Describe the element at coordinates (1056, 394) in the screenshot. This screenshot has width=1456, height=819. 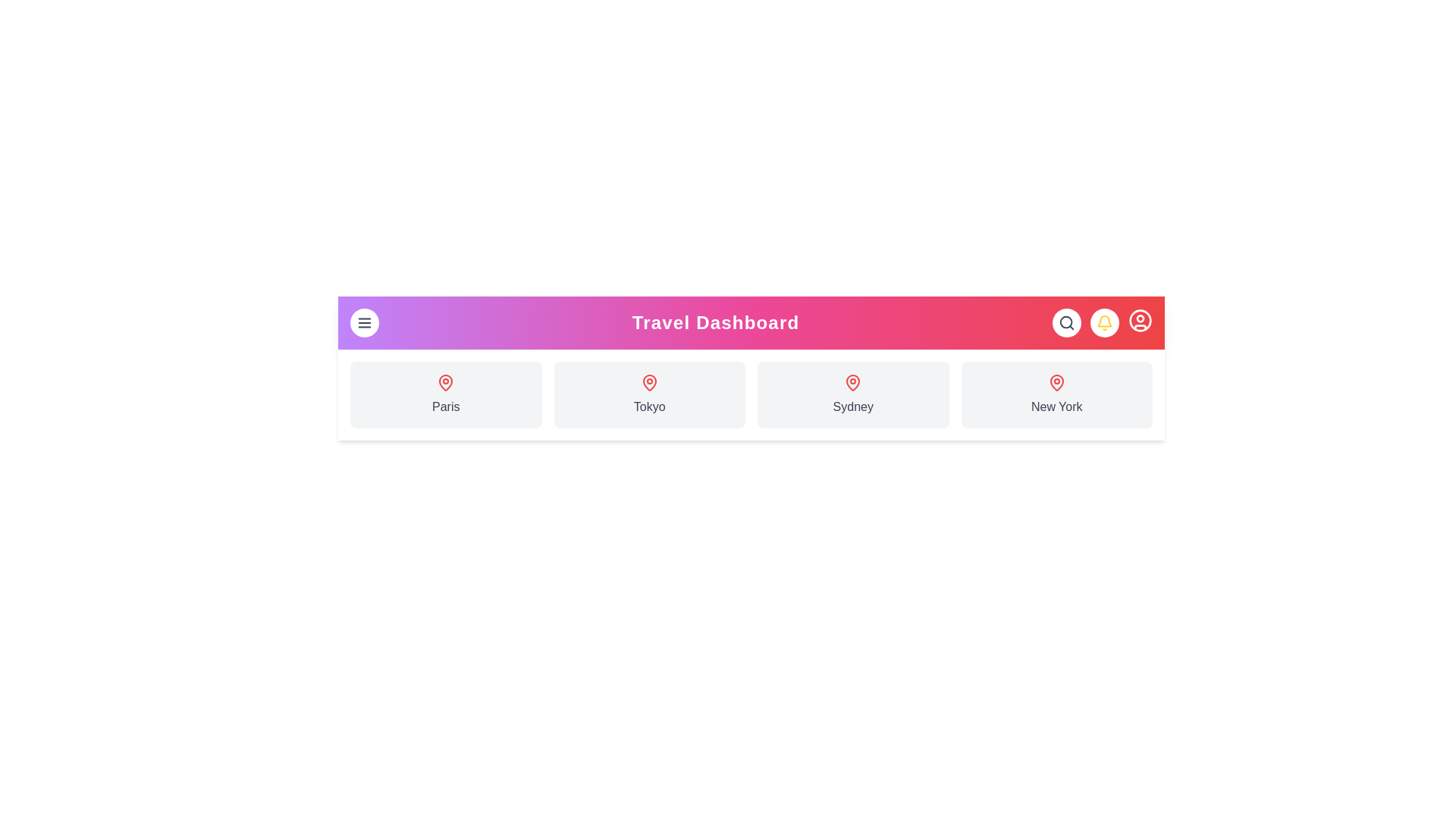
I see `the city card for New York to view its details` at that location.